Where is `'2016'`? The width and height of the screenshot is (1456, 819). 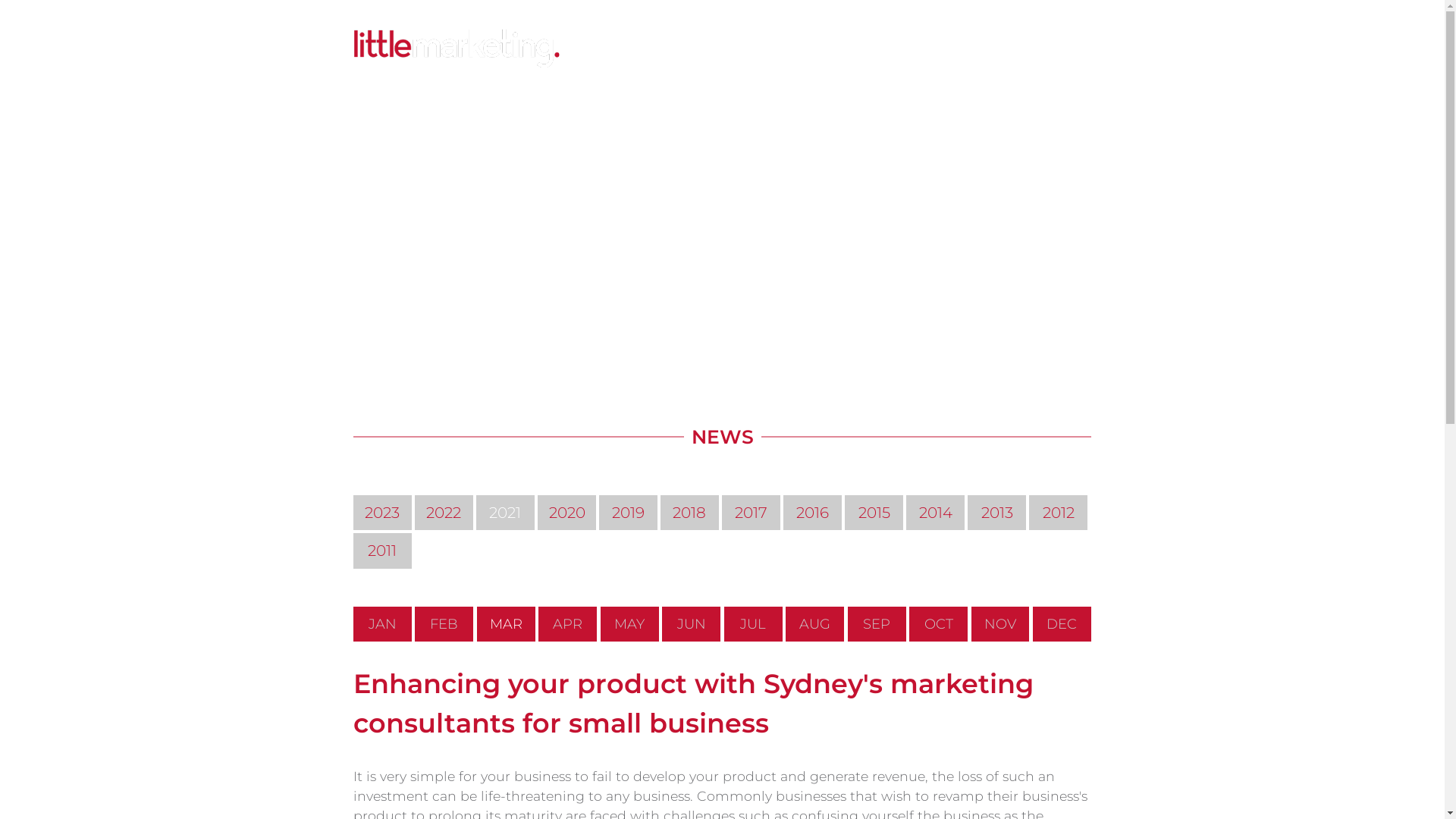 '2016' is located at coordinates (811, 512).